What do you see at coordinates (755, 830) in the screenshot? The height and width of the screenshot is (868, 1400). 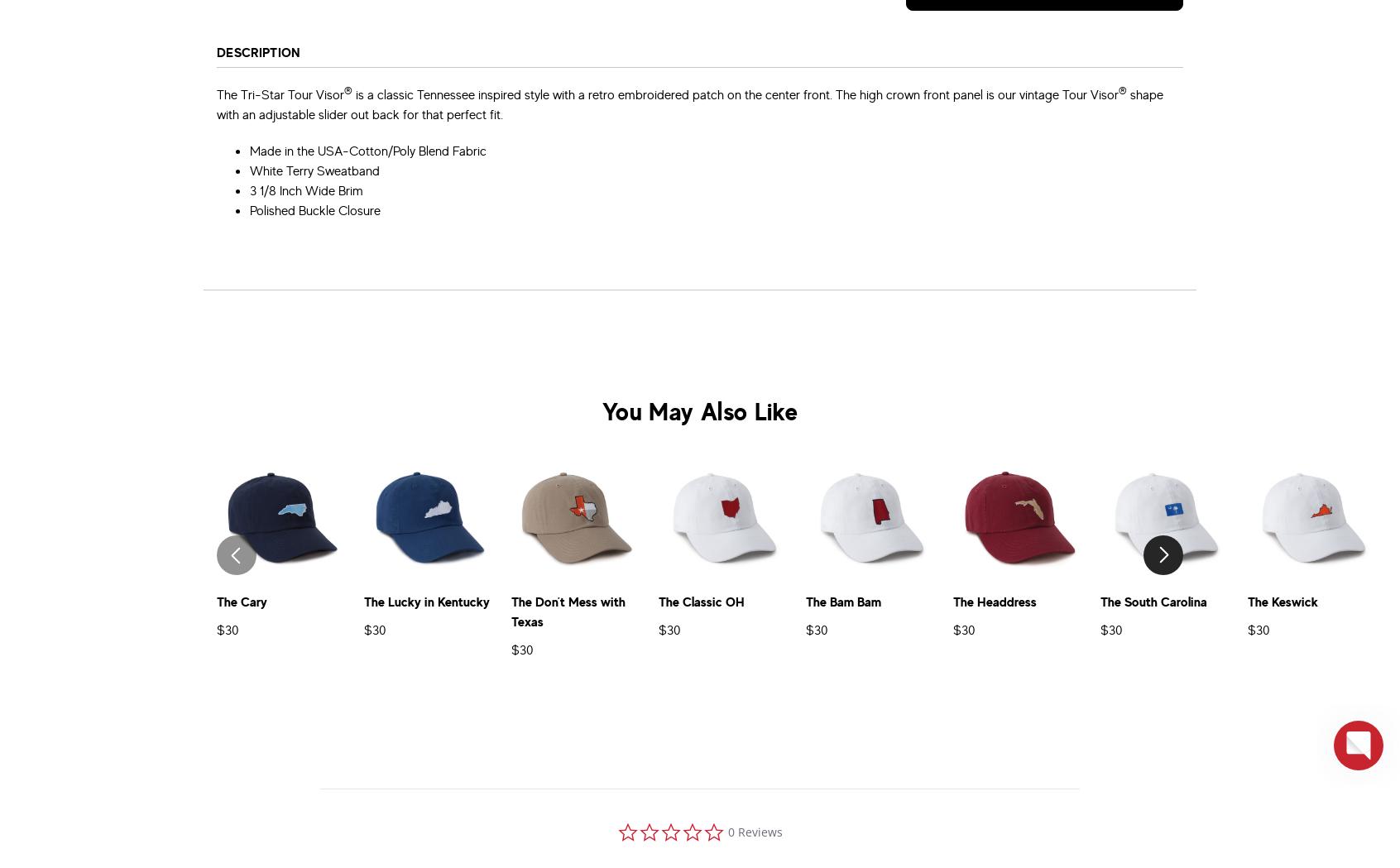 I see `'0 Reviews'` at bounding box center [755, 830].